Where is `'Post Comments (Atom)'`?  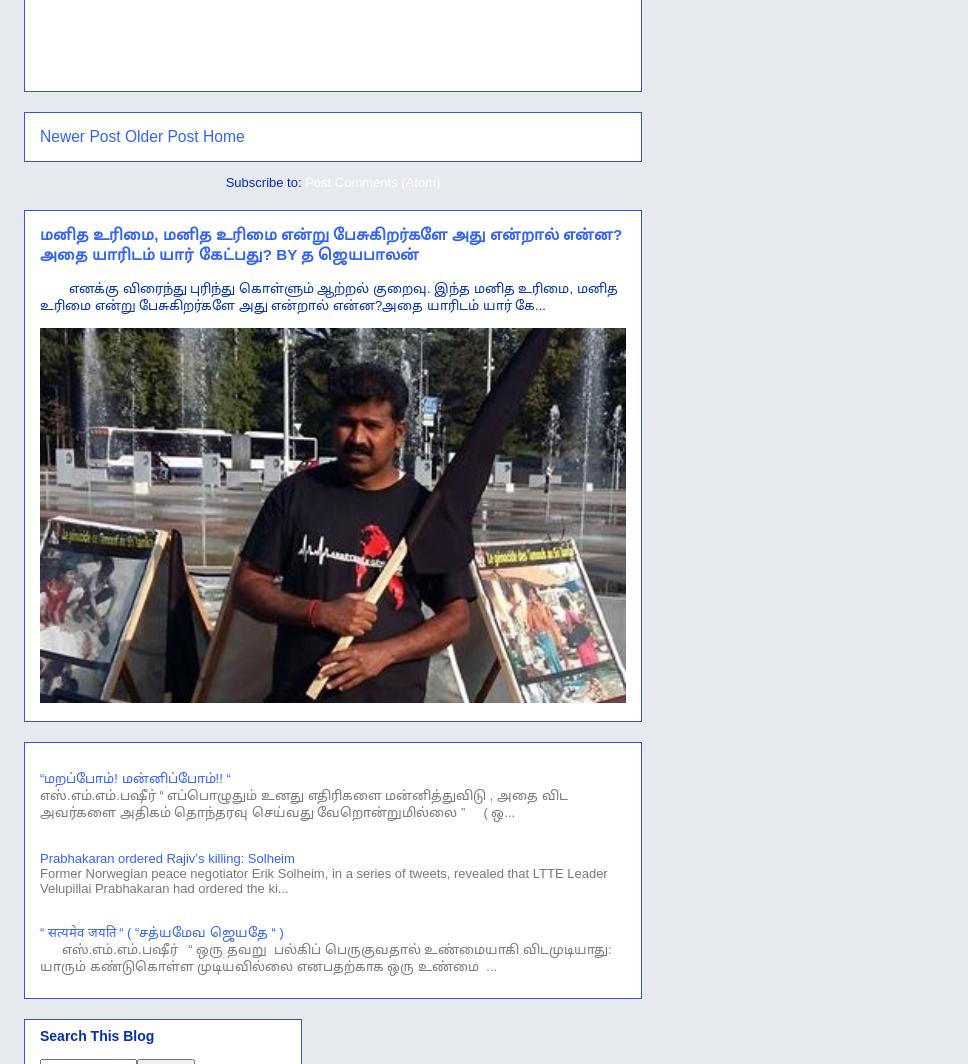
'Post Comments (Atom)' is located at coordinates (371, 181).